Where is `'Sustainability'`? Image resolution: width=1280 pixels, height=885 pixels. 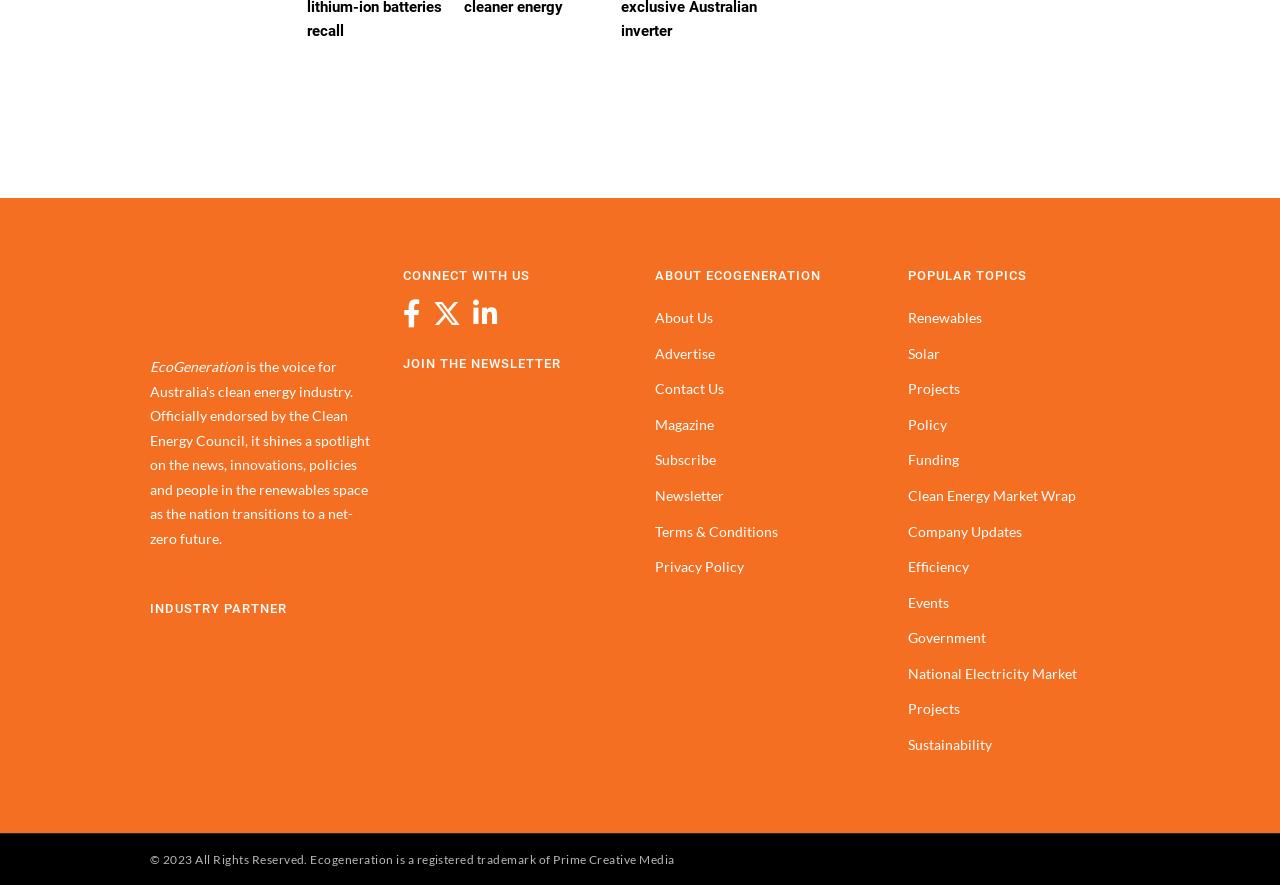 'Sustainability' is located at coordinates (947, 744).